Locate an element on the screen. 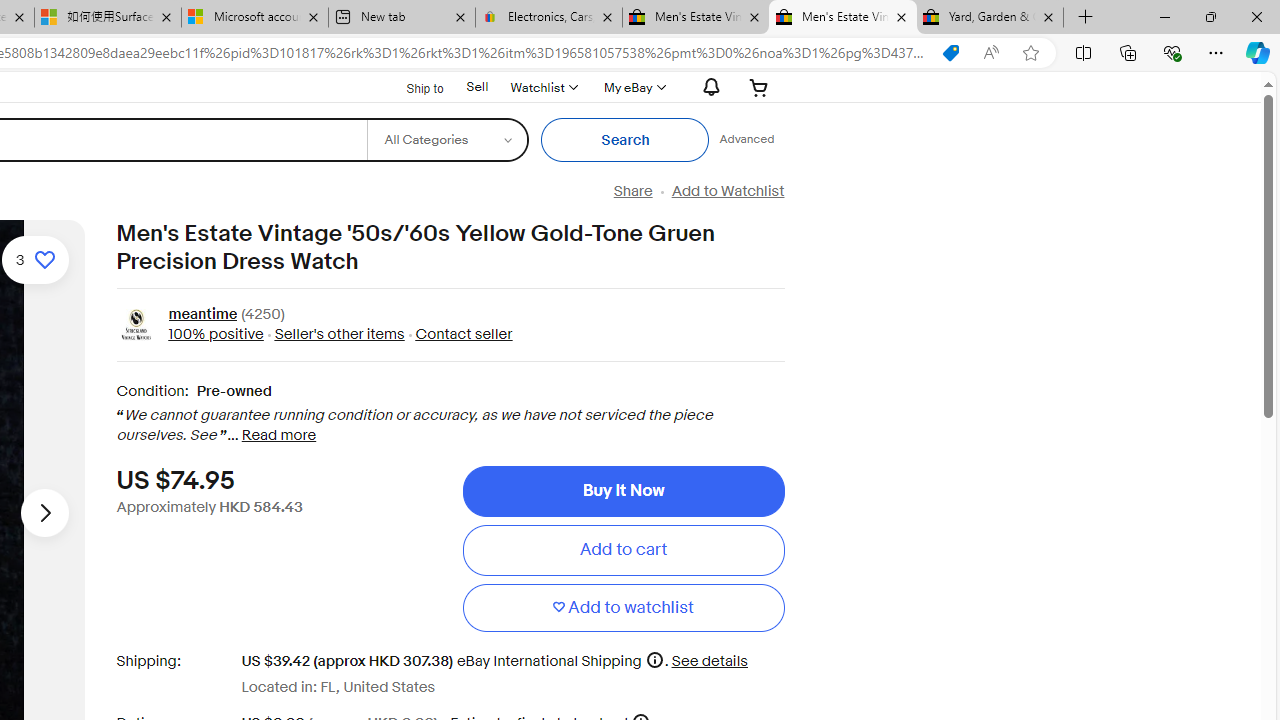 This screenshot has width=1280, height=720. 'Read more about condition' is located at coordinates (278, 434).